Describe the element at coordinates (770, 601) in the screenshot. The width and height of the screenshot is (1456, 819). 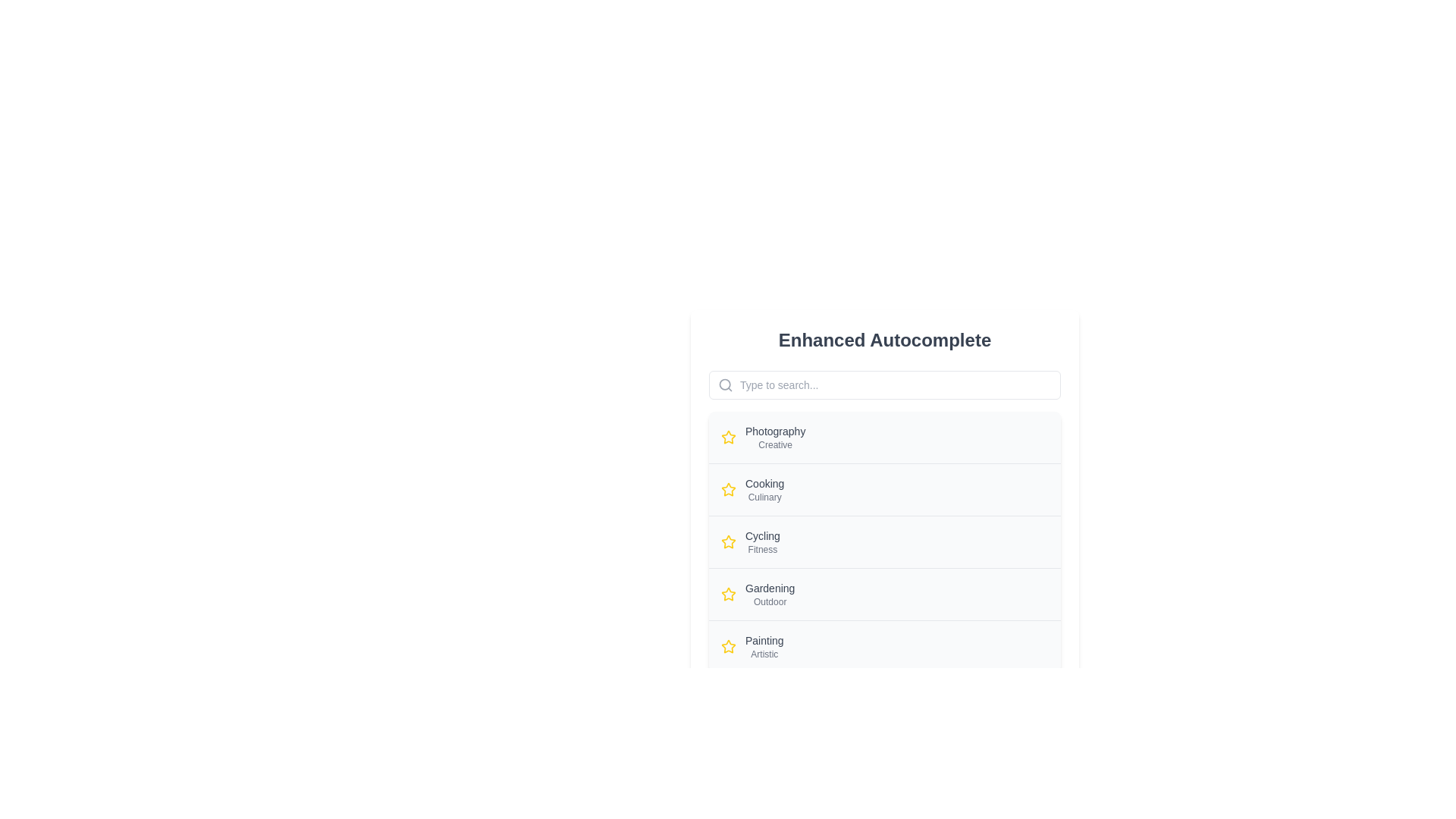
I see `the descriptive label for the 'Gardening' option, which is positioned directly beneath the 'Gardening' text in the vertical list` at that location.